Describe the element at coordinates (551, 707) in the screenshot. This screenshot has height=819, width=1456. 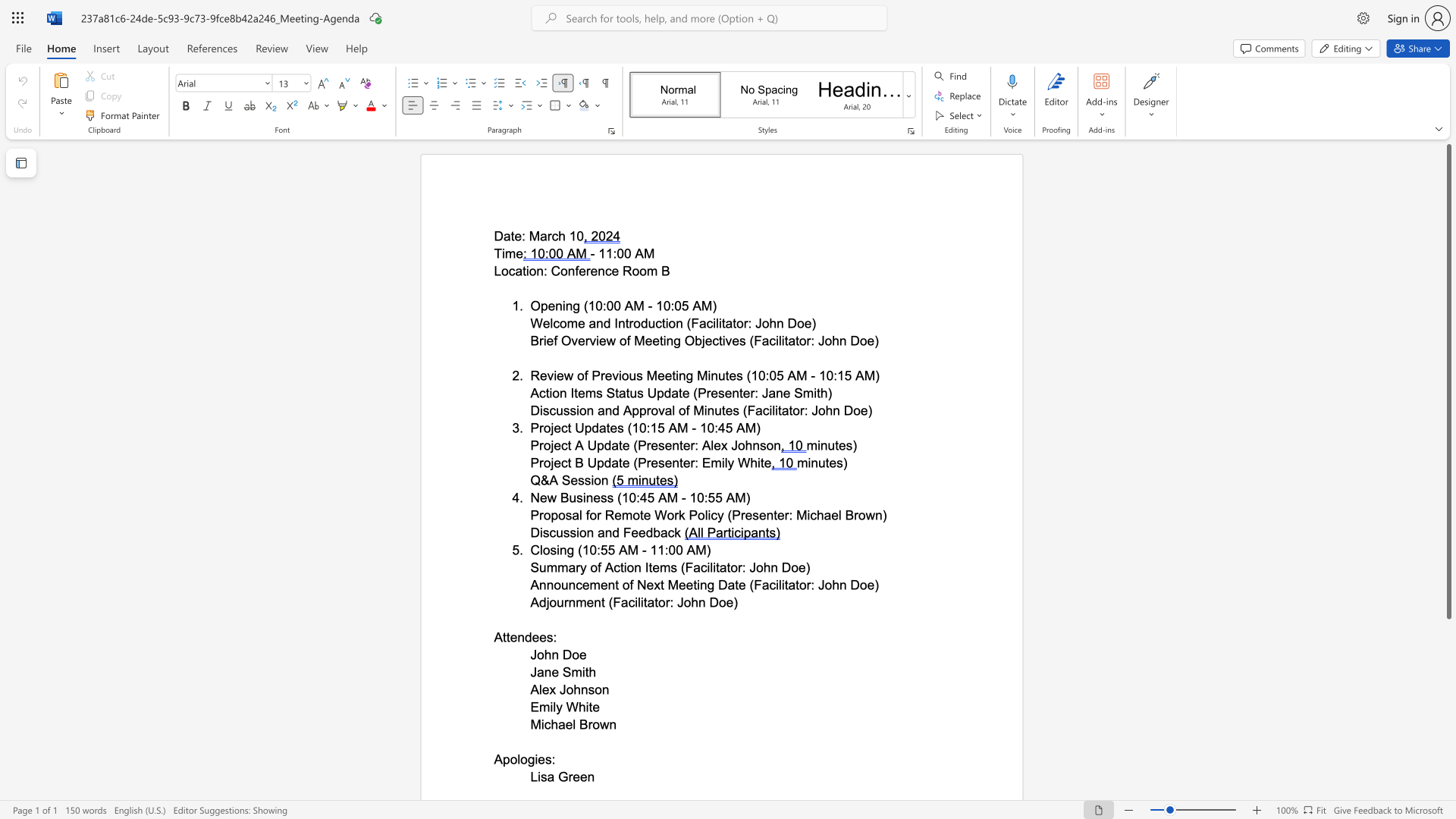
I see `the 1th character "i" in the text` at that location.